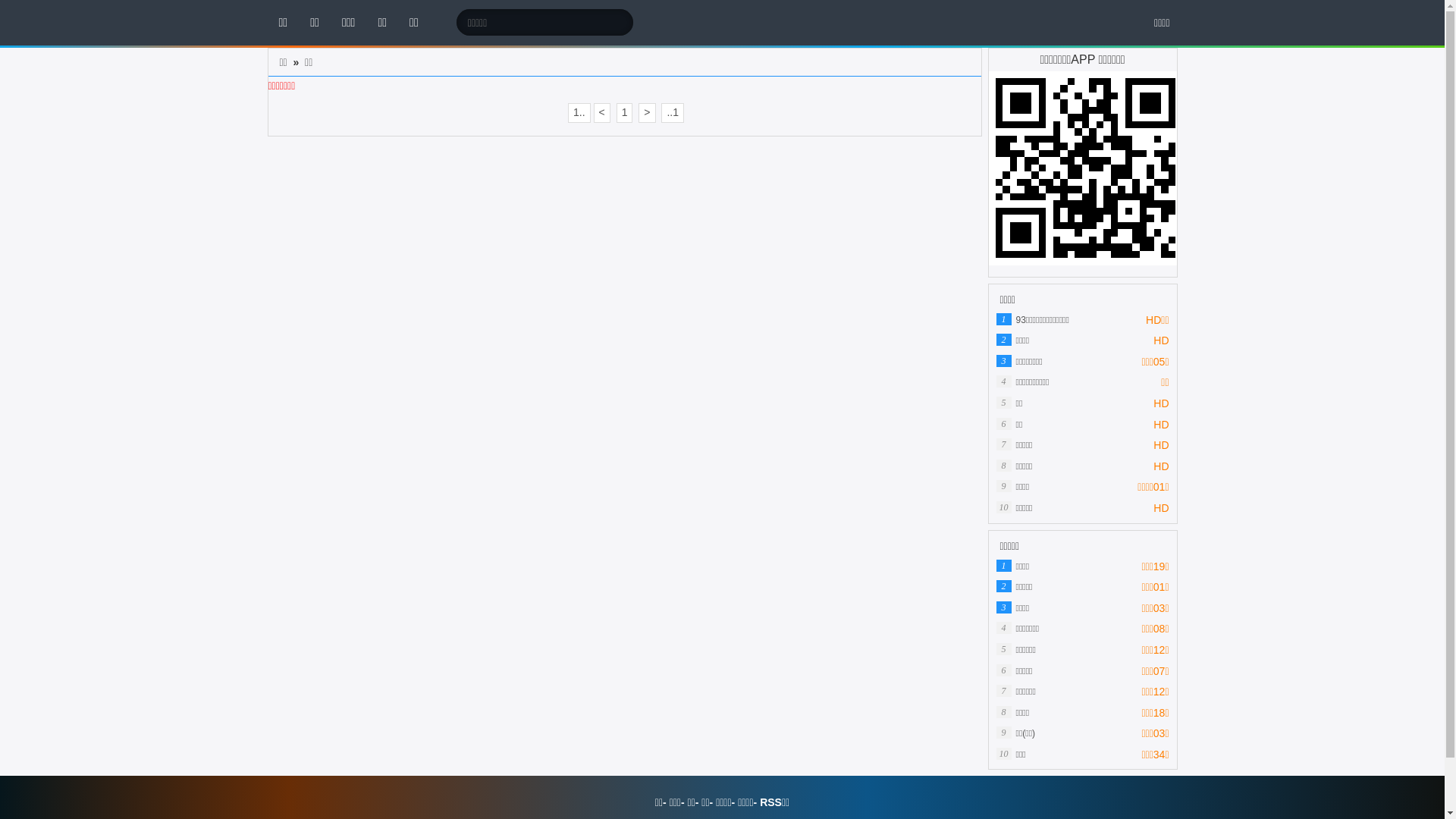 The height and width of the screenshot is (819, 1456). Describe the element at coordinates (578, 112) in the screenshot. I see `'1..'` at that location.